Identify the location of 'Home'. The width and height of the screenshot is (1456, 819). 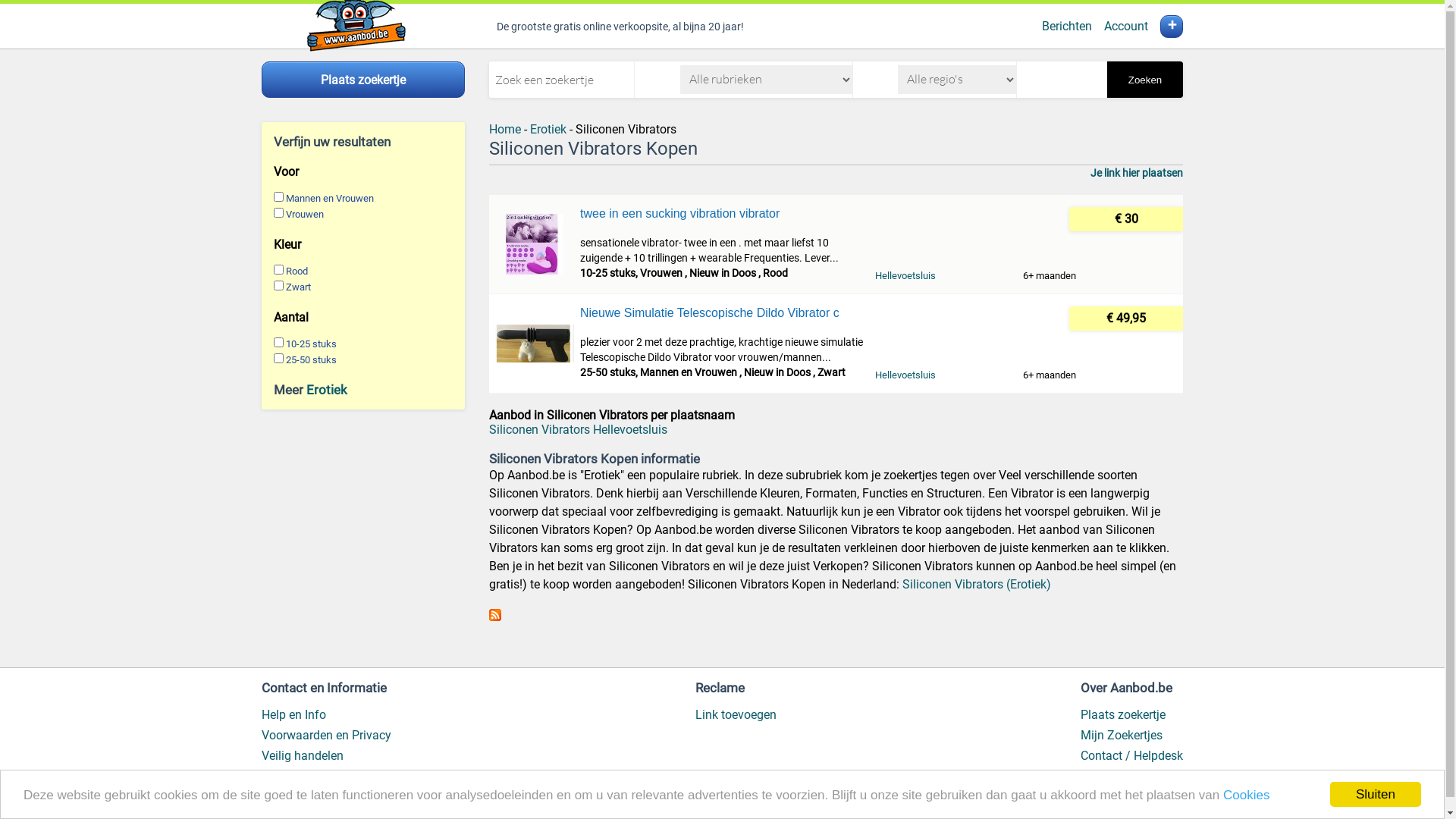
(505, 128).